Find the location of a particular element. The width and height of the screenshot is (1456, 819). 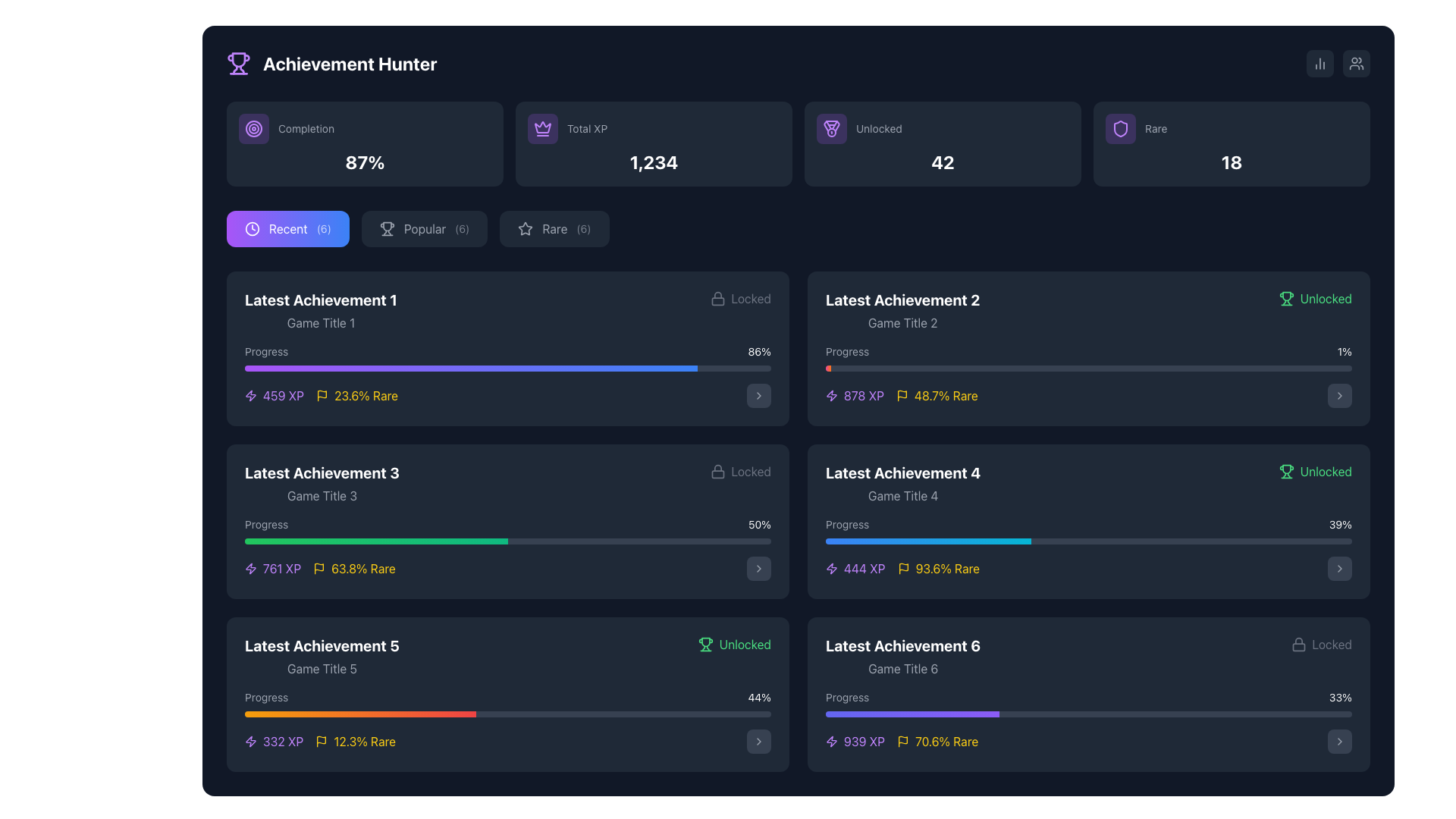

the 'Recent' button, which is the first button in the horizontal group of three buttons under the 'Achievement Hunter' header, to filter content is located at coordinates (287, 228).